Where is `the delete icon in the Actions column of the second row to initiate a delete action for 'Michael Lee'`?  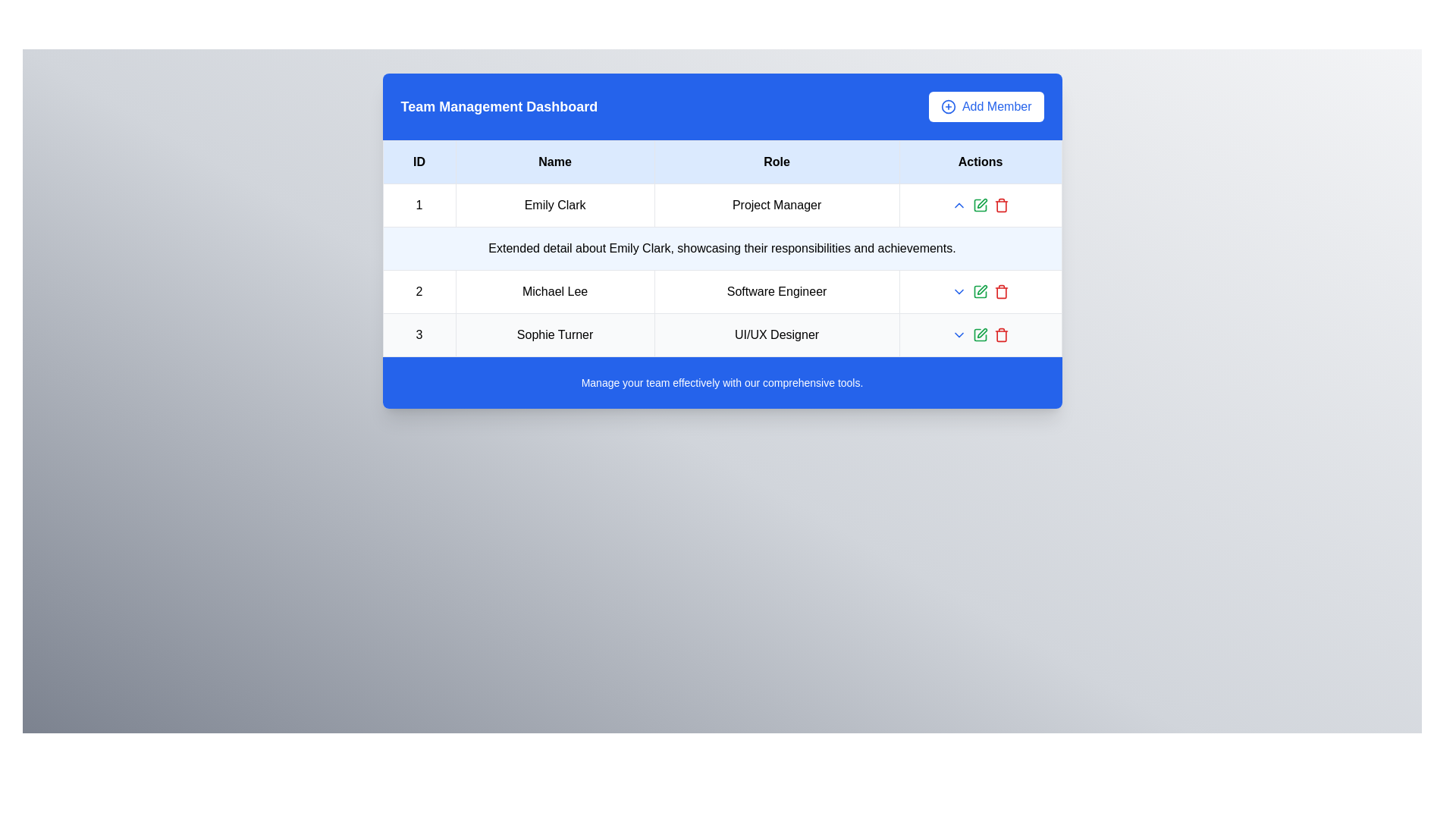 the delete icon in the Actions column of the second row to initiate a delete action for 'Michael Lee' is located at coordinates (1001, 292).